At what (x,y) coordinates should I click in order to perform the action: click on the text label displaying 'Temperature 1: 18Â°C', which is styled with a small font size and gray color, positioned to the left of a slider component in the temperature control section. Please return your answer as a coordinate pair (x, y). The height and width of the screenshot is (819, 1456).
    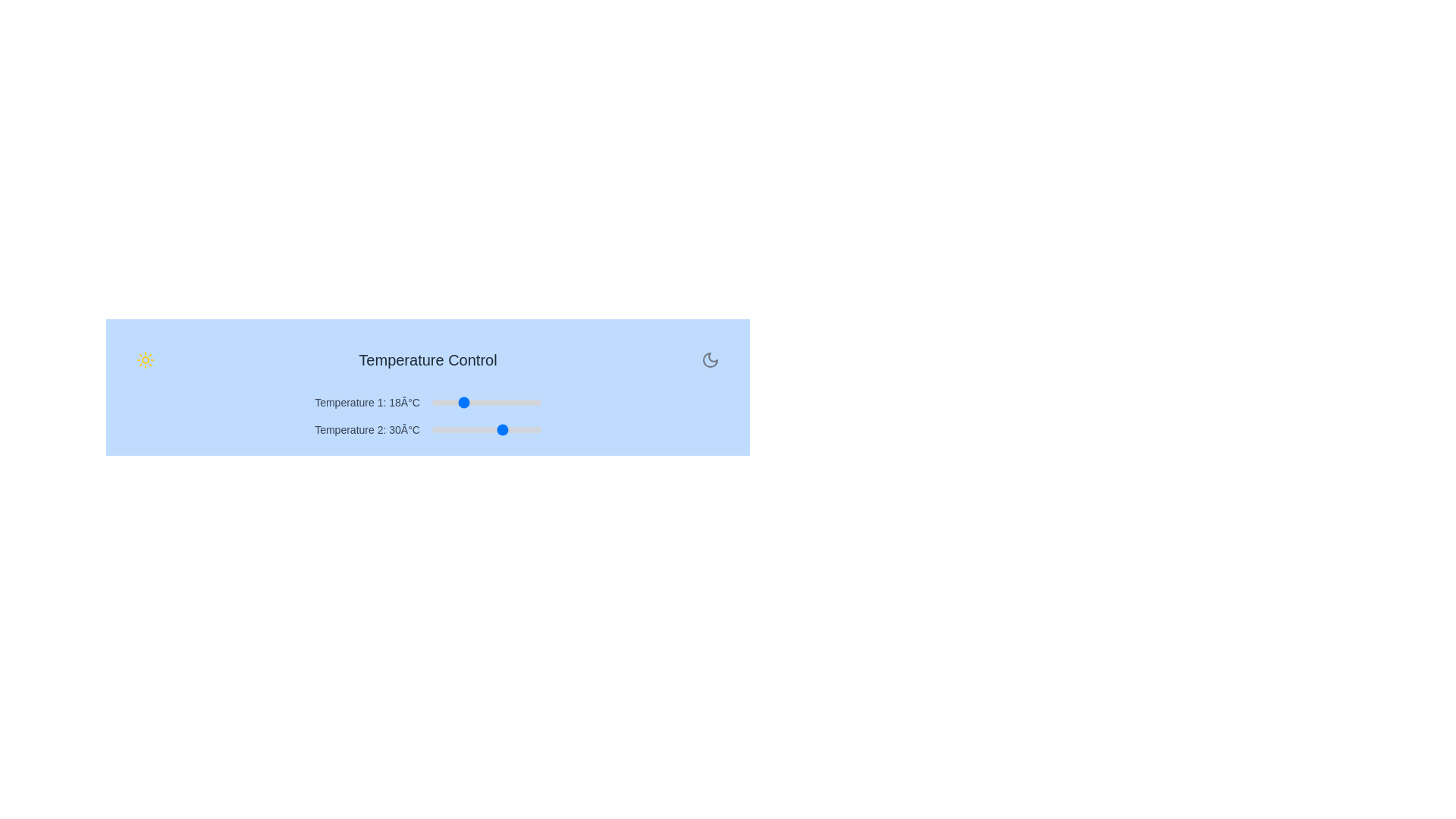
    Looking at the image, I should click on (367, 402).